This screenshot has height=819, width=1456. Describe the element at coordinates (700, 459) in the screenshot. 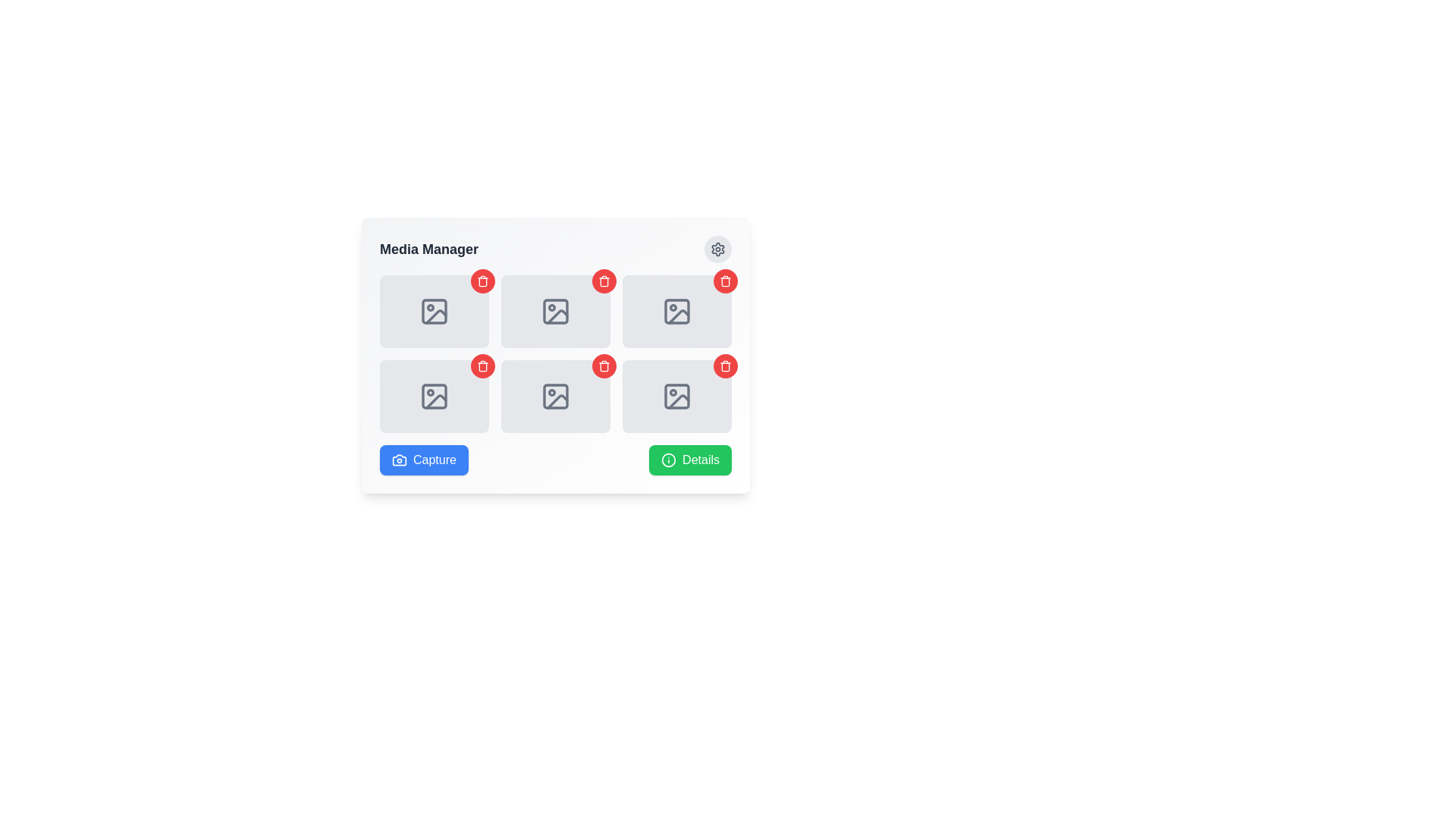

I see `the 'Details' text label within the green button located in the bottom-right corner of the 'Media Manager' section` at that location.